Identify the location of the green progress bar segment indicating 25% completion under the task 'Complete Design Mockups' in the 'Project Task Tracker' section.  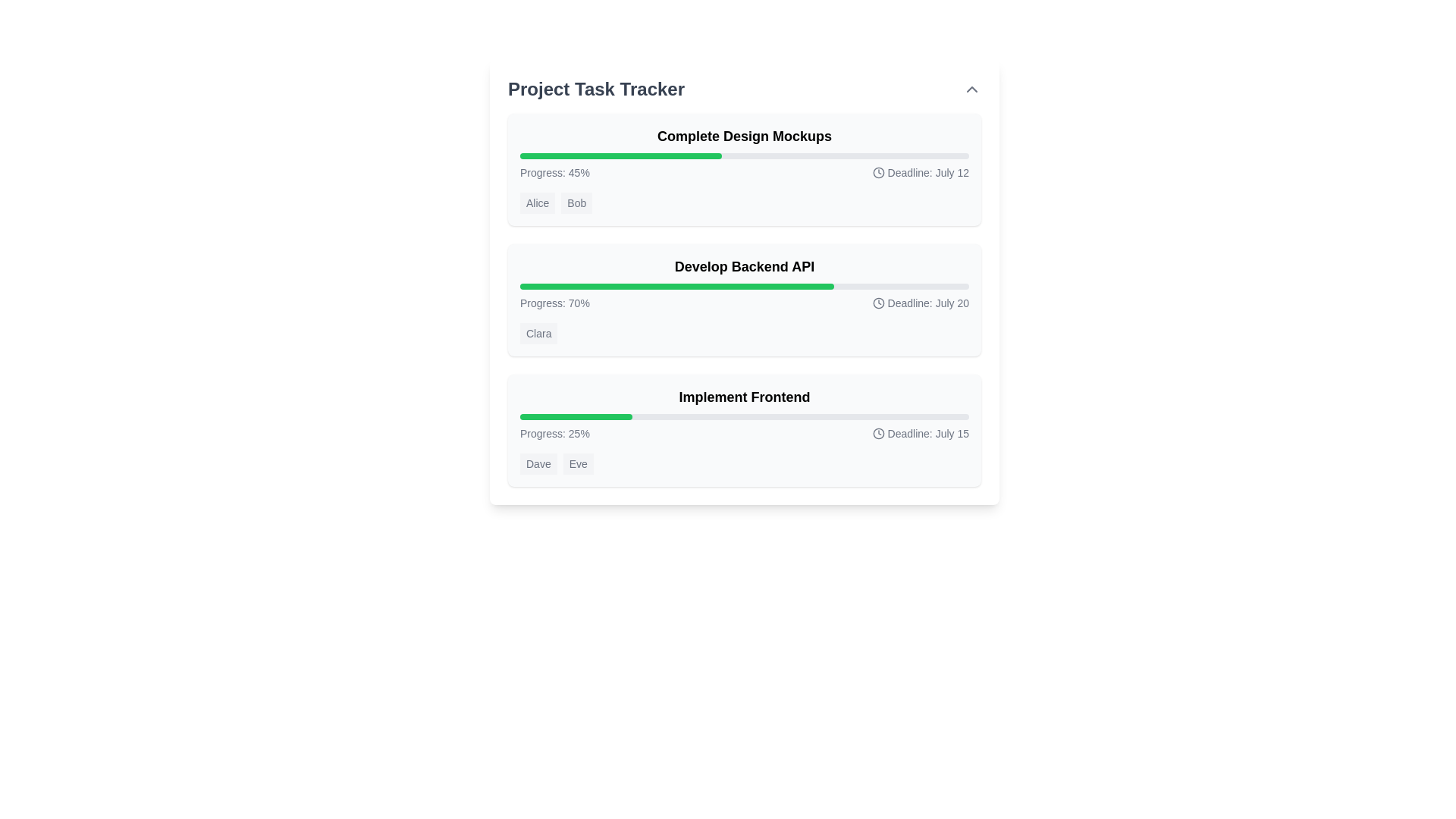
(575, 417).